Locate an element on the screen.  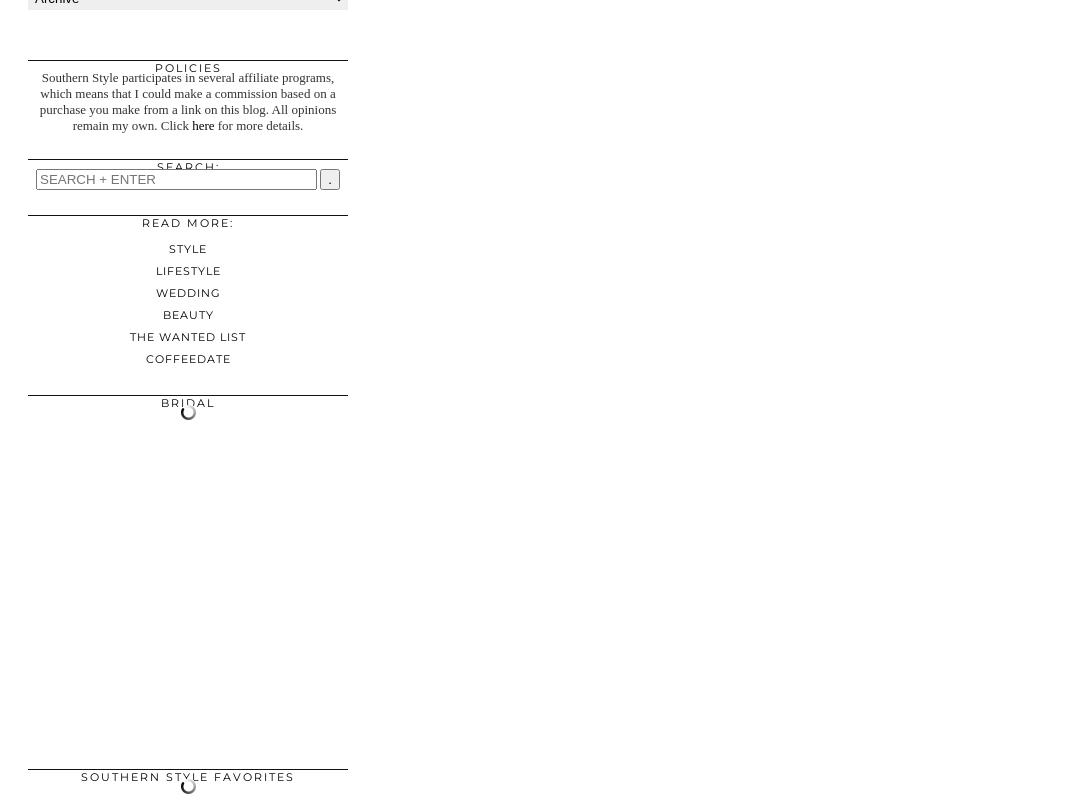
'style' is located at coordinates (187, 248).